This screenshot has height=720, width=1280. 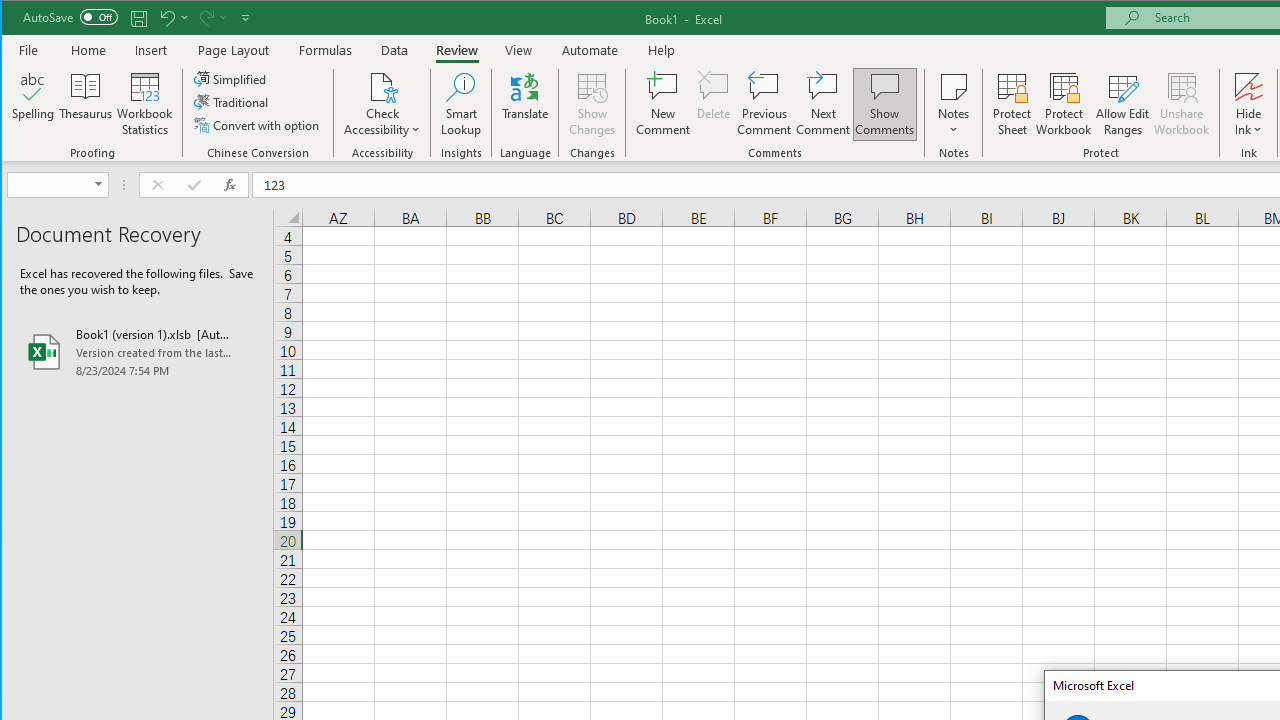 I want to click on 'Check Accessibility', so click(x=382, y=104).